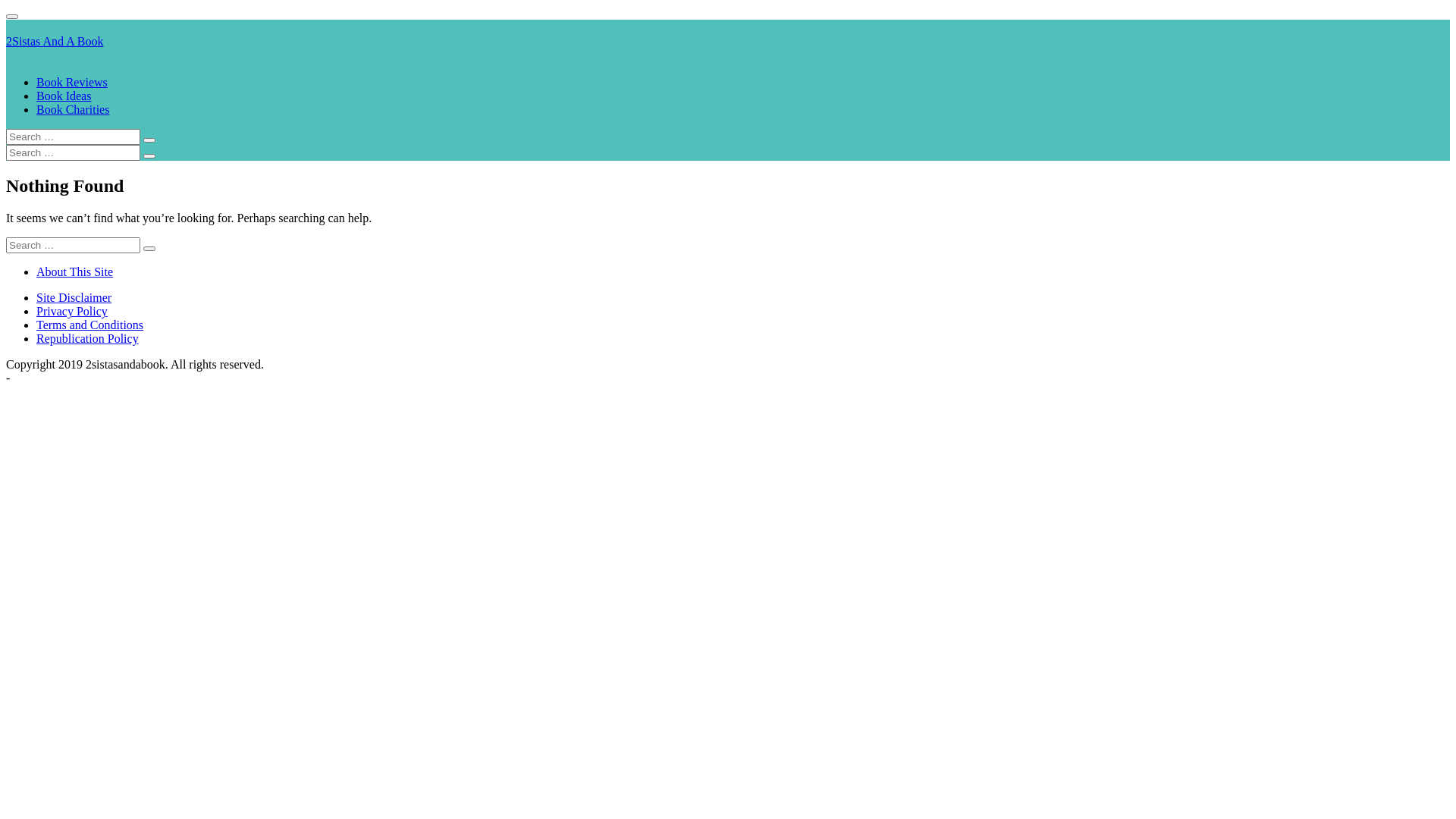  What do you see at coordinates (71, 82) in the screenshot?
I see `'Book Reviews'` at bounding box center [71, 82].